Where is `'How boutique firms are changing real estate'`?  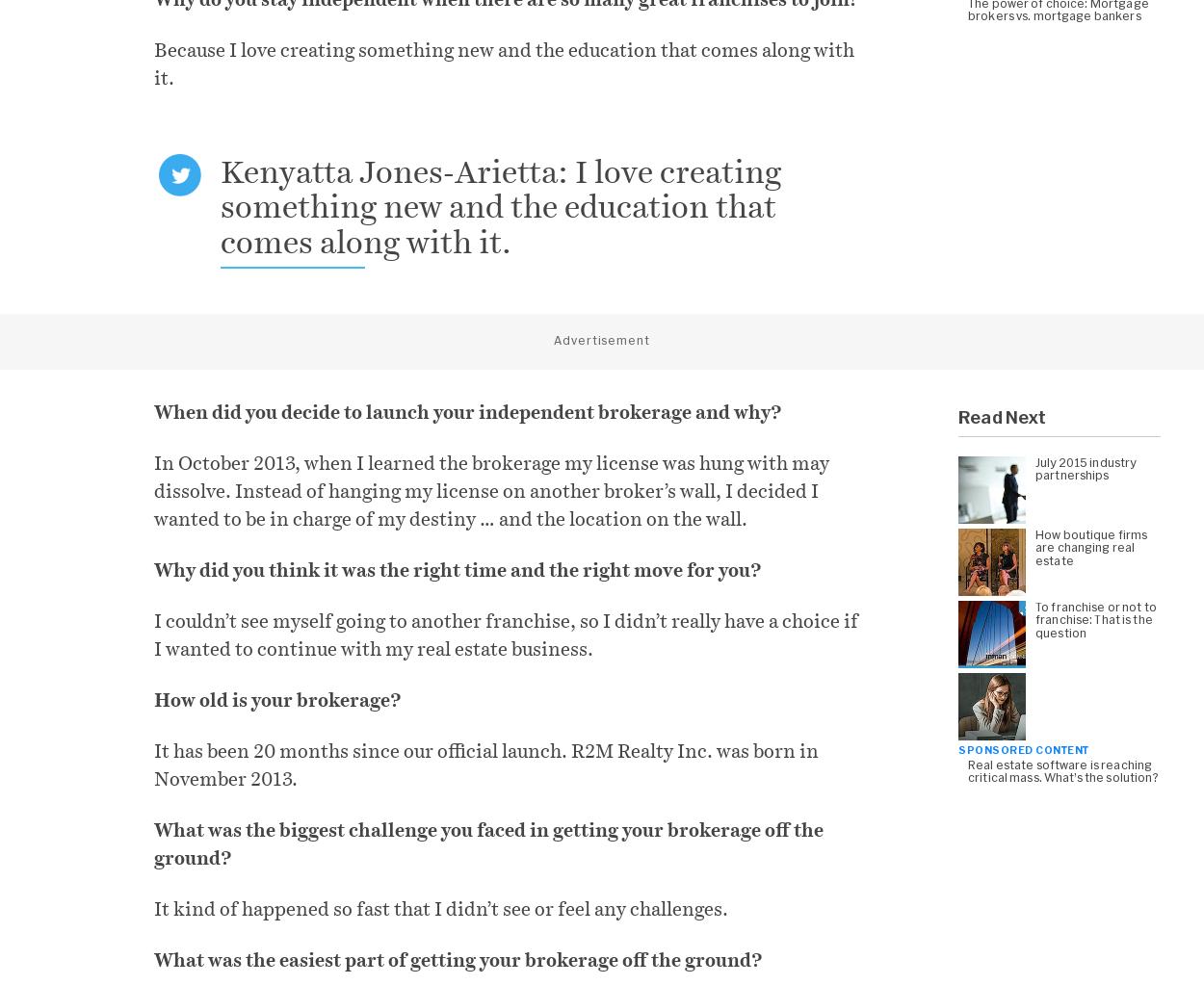 'How boutique firms are changing real estate' is located at coordinates (1091, 546).